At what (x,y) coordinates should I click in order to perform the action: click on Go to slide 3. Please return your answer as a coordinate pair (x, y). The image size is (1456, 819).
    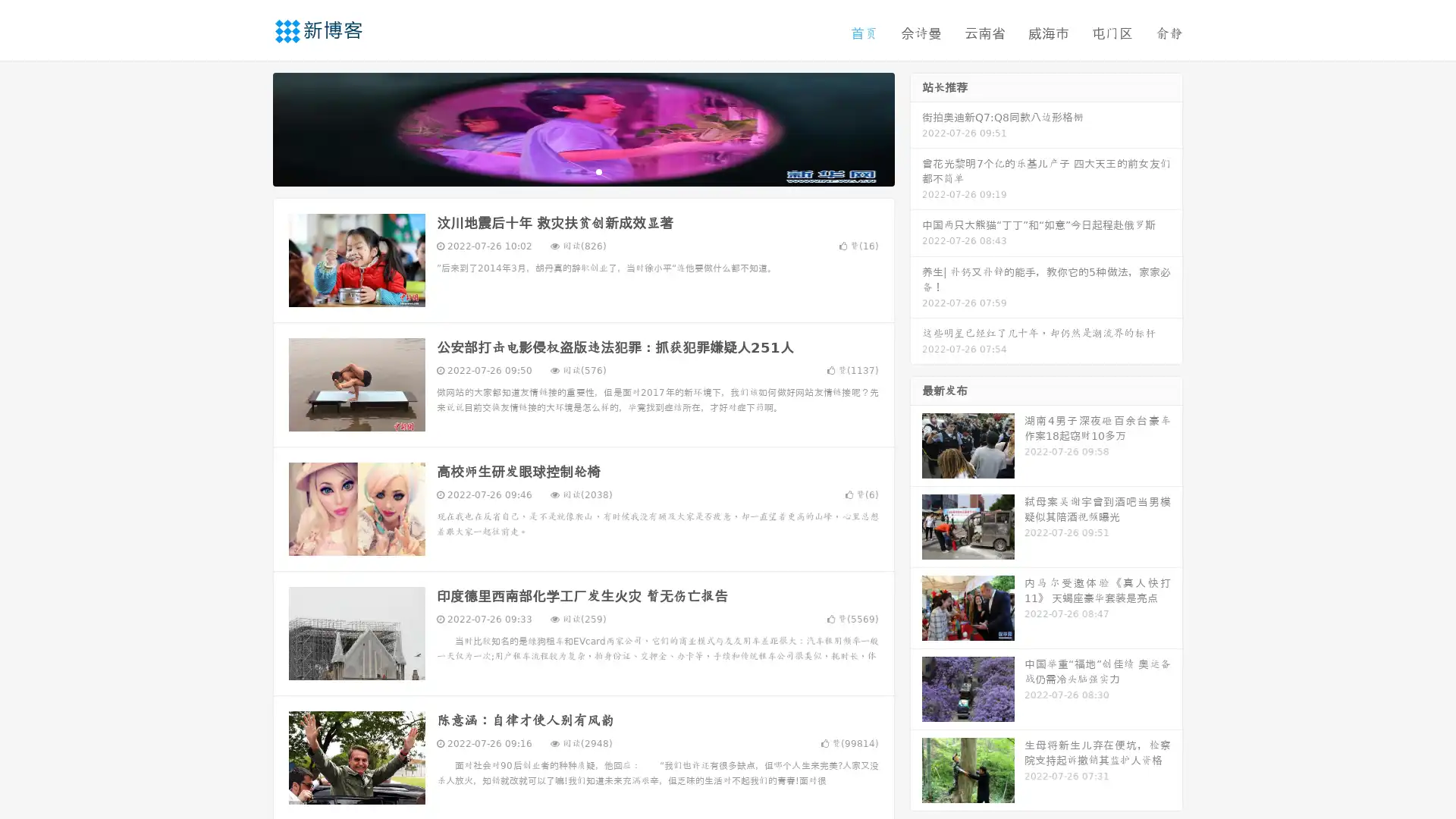
    Looking at the image, I should click on (598, 171).